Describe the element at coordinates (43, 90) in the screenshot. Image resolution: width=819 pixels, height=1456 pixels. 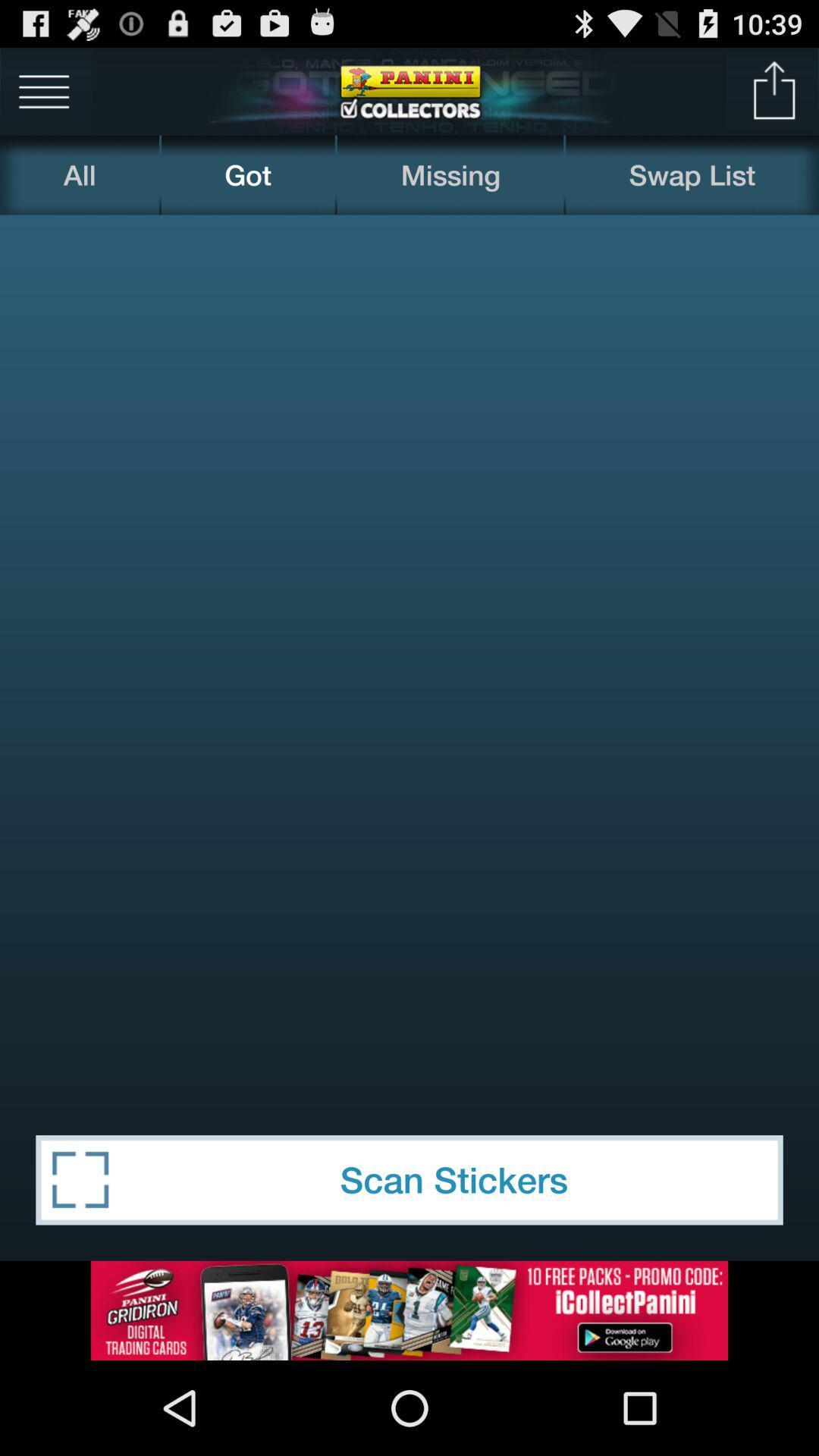
I see `menu bar` at that location.